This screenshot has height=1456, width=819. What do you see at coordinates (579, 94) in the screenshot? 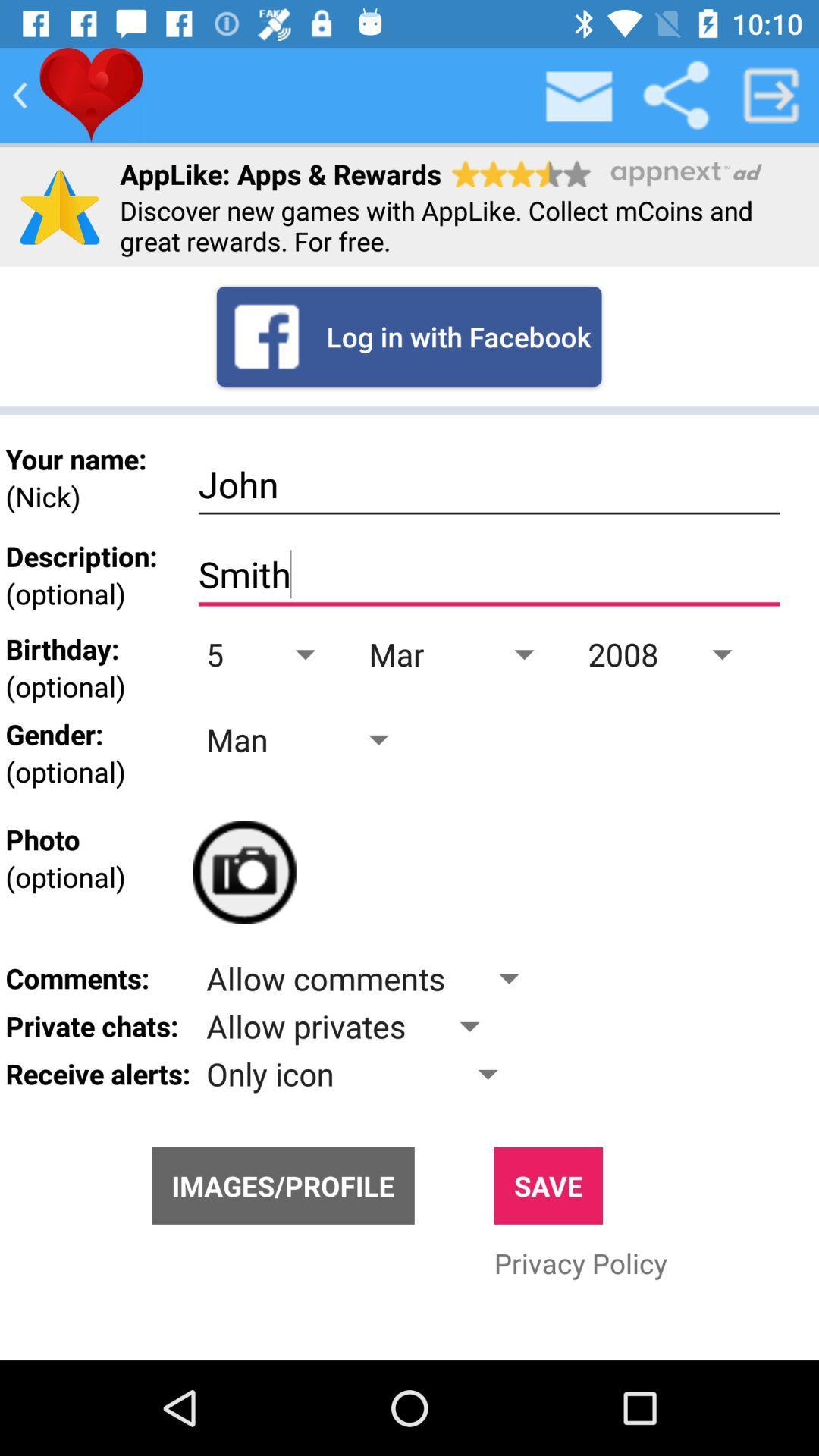
I see `message` at bounding box center [579, 94].